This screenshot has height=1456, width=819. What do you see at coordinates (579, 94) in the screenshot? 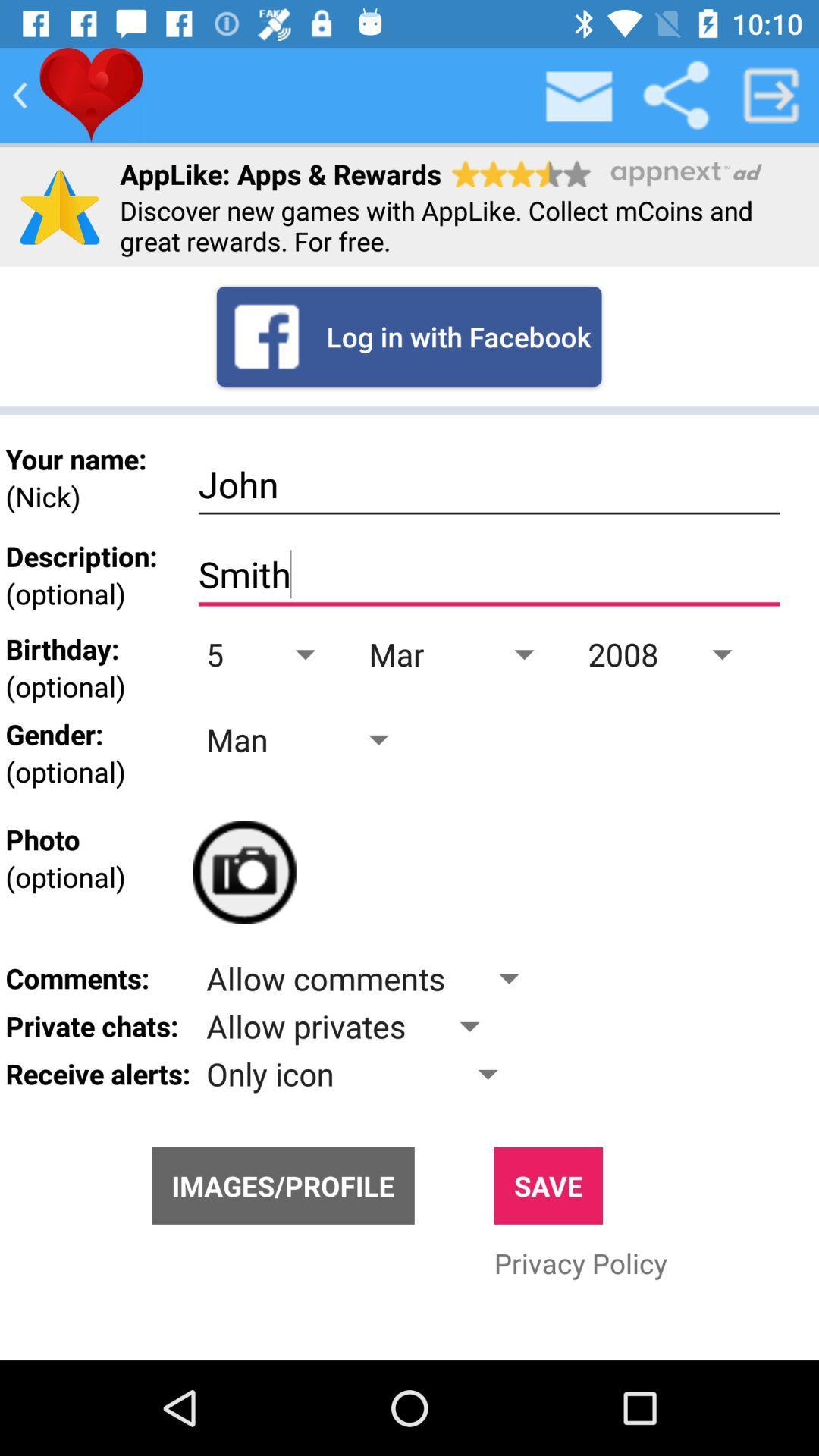
I see `message` at bounding box center [579, 94].